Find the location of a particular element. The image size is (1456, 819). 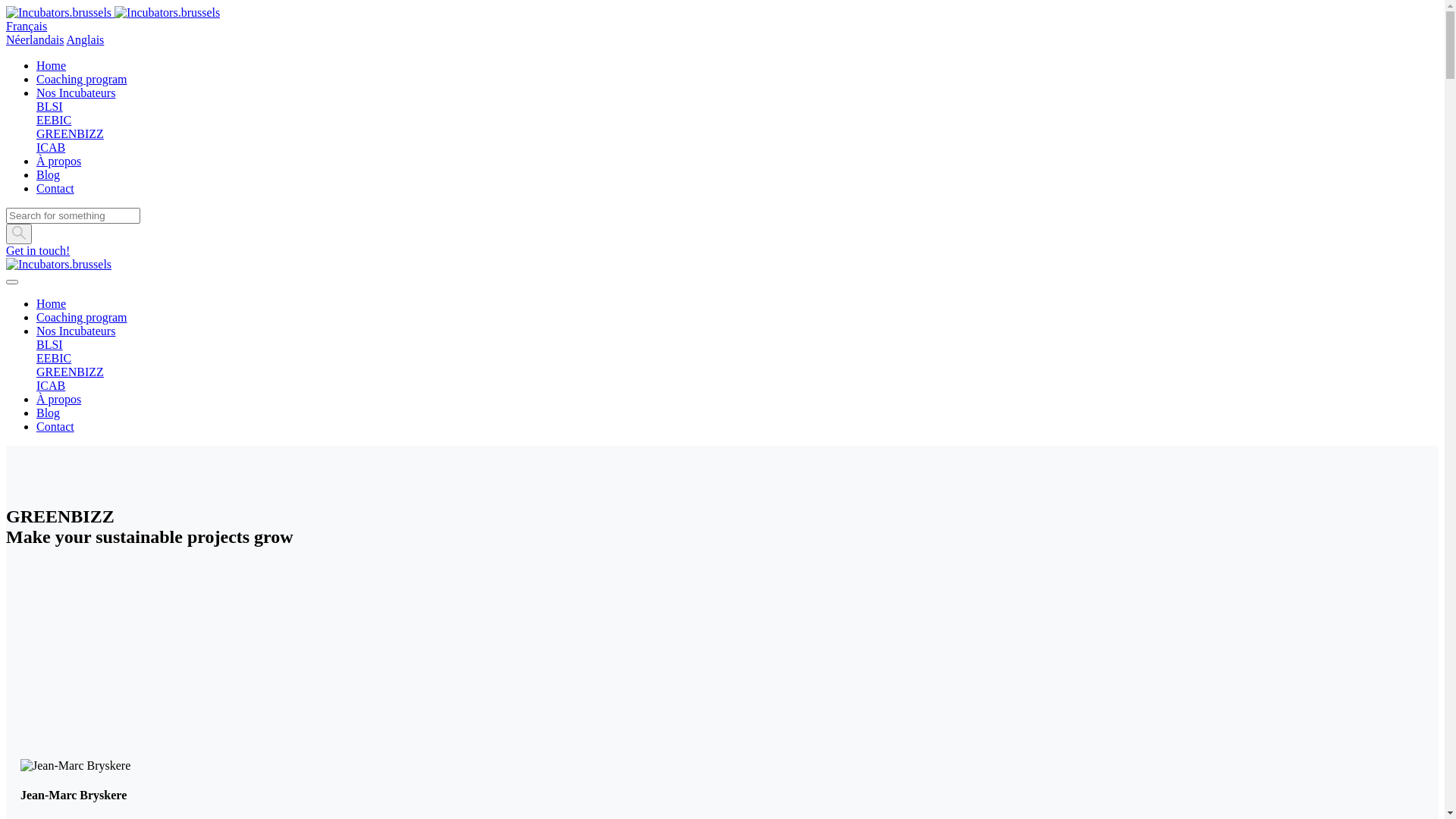

'BLSI' is located at coordinates (49, 105).